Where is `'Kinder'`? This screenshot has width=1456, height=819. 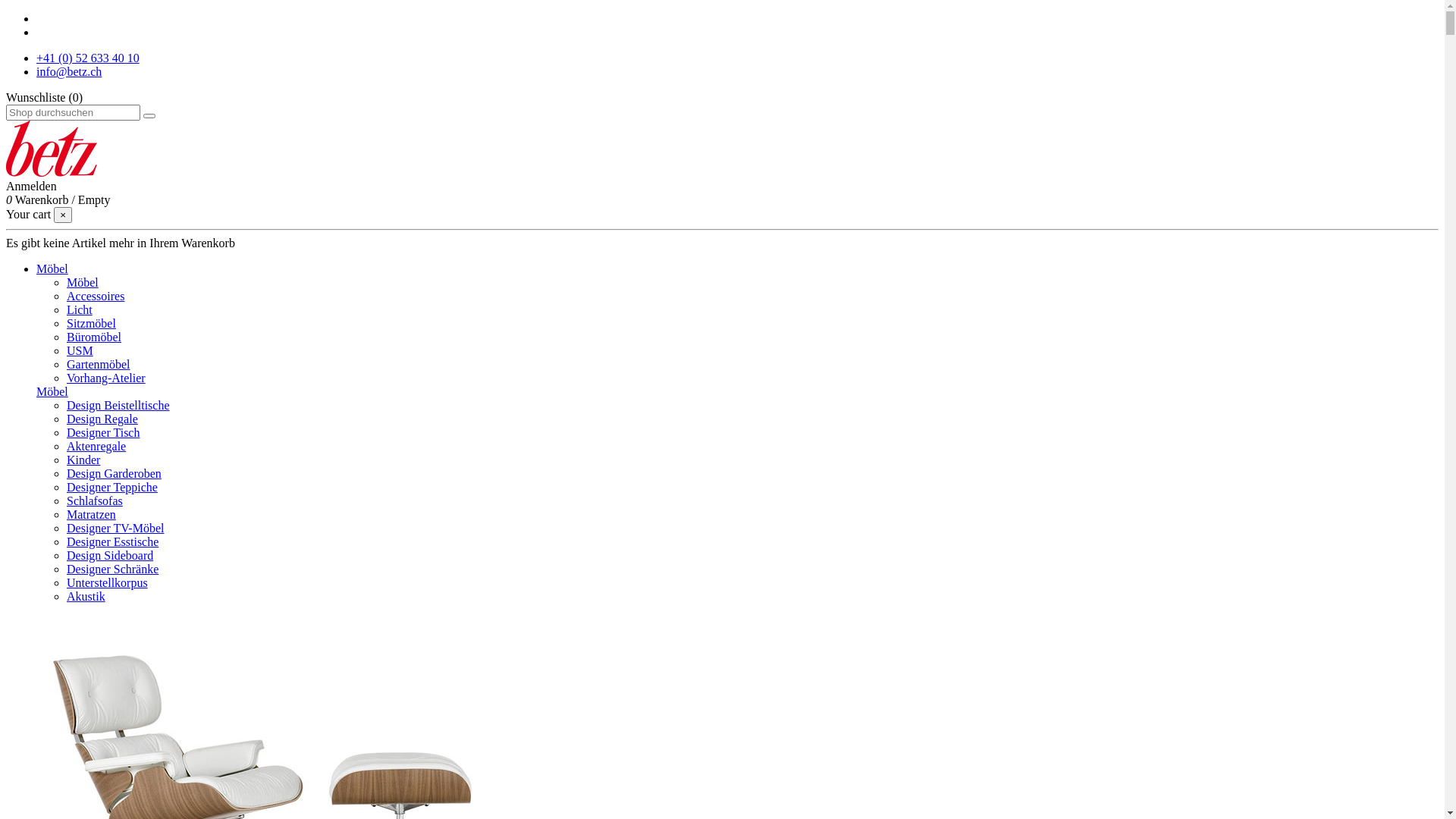 'Kinder' is located at coordinates (83, 459).